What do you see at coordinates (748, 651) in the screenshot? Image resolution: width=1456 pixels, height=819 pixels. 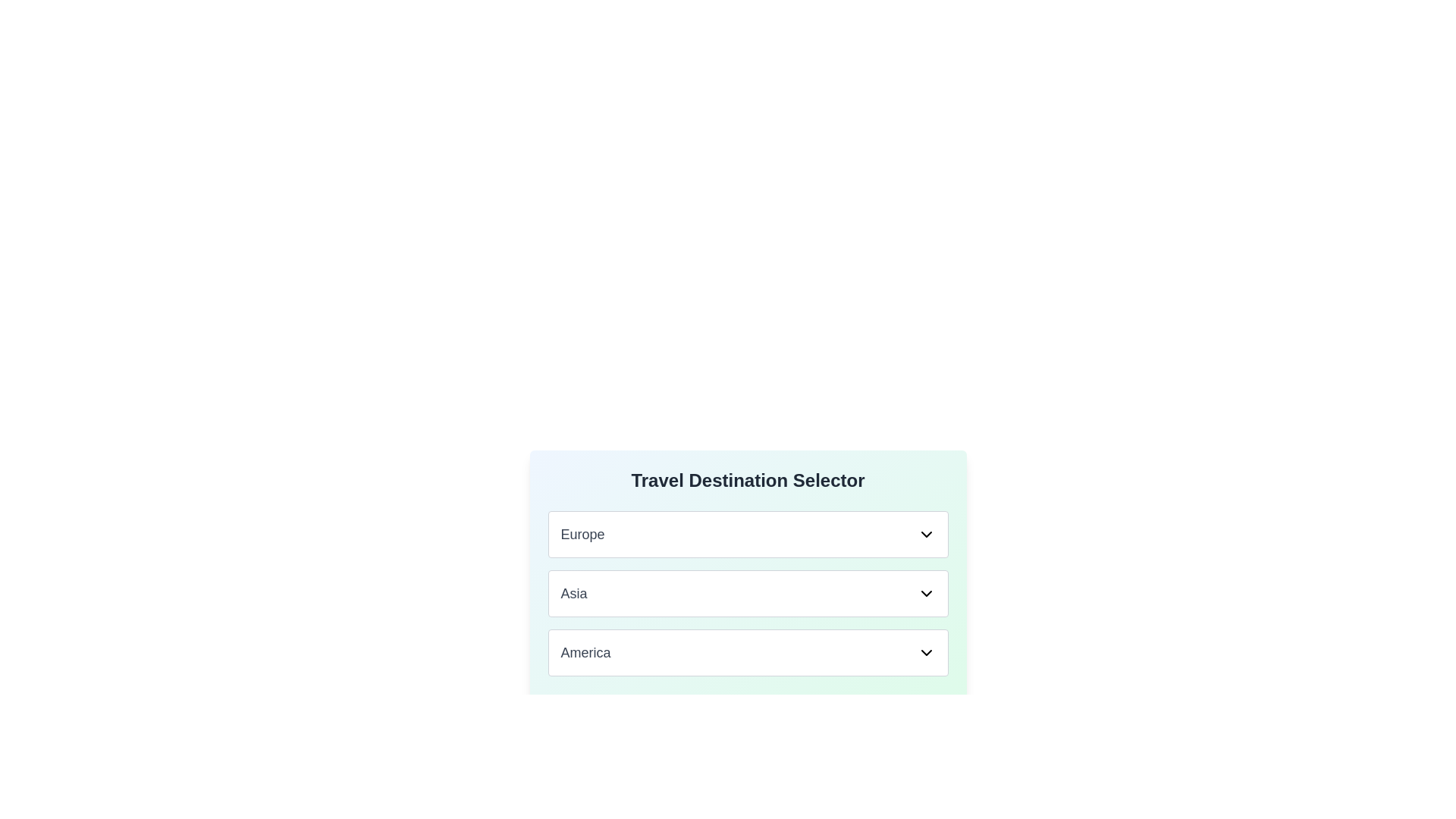 I see `the dropdown arrow of the 'Travel Destination Selector'` at bounding box center [748, 651].